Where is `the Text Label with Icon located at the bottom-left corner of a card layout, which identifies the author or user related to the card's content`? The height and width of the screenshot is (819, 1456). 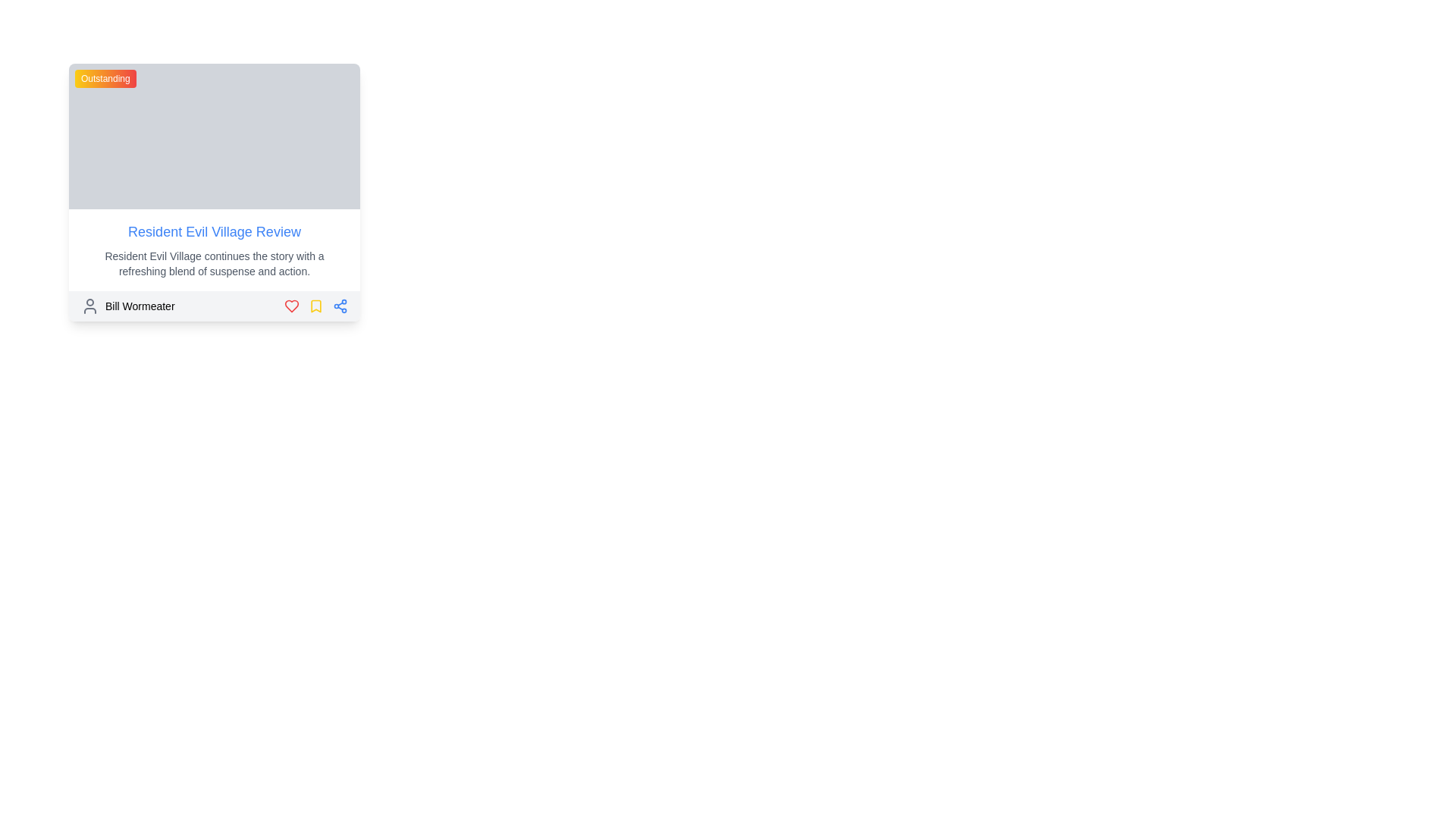
the Text Label with Icon located at the bottom-left corner of a card layout, which identifies the author or user related to the card's content is located at coordinates (127, 306).